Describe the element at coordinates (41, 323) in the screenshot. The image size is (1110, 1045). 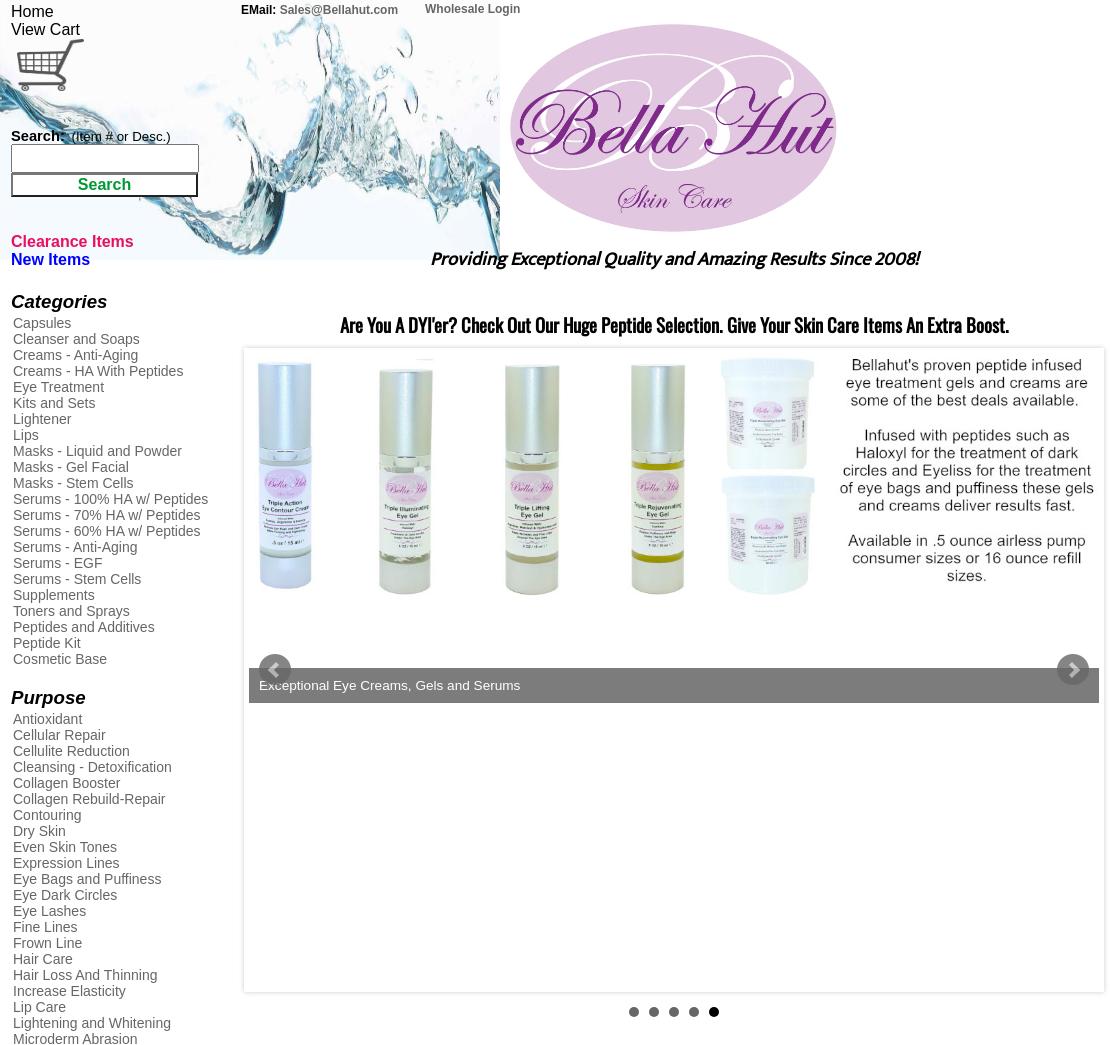
I see `'Capsules'` at that location.